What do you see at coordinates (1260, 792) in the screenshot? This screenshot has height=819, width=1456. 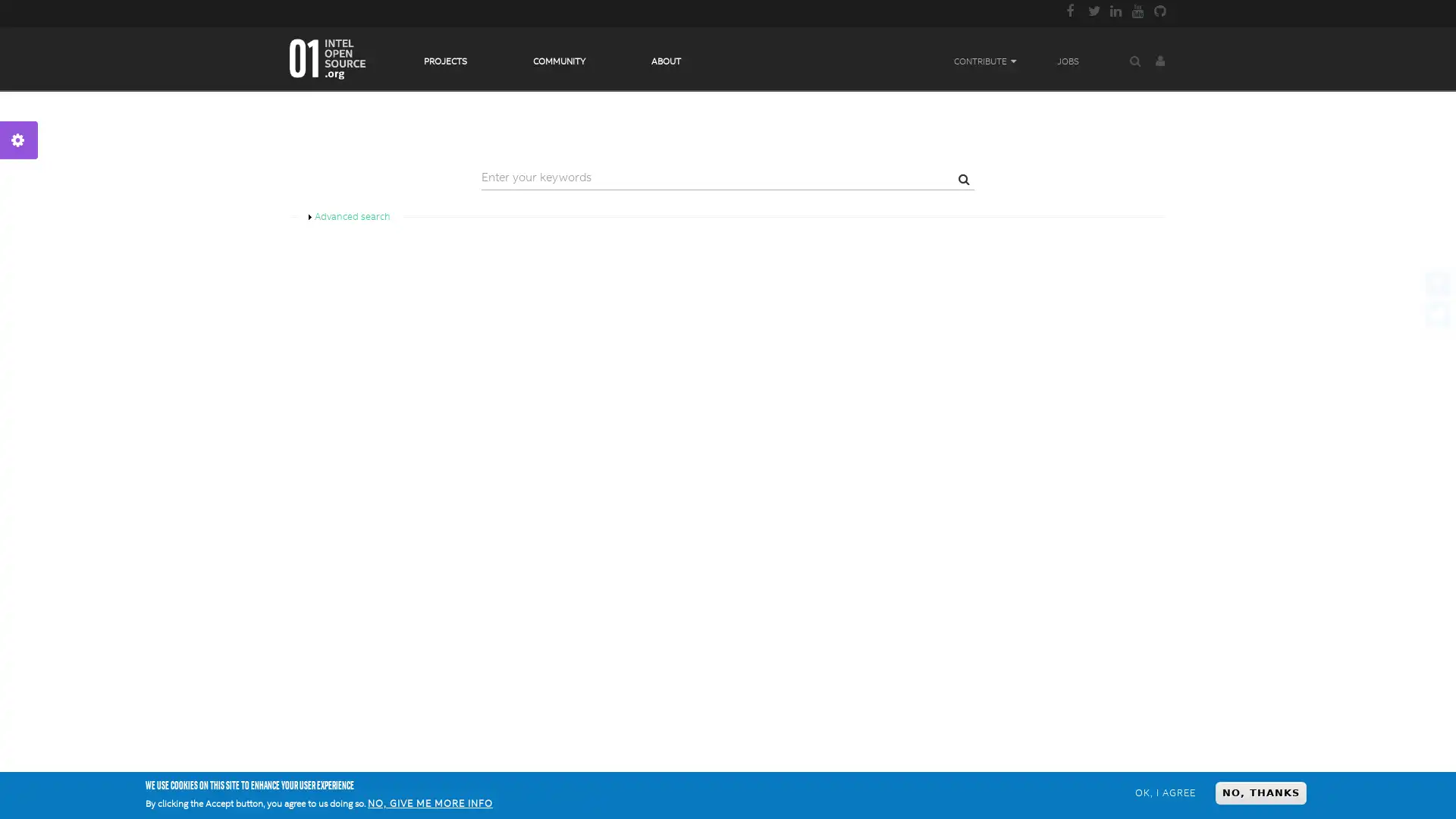 I see `NO, THANKS` at bounding box center [1260, 792].